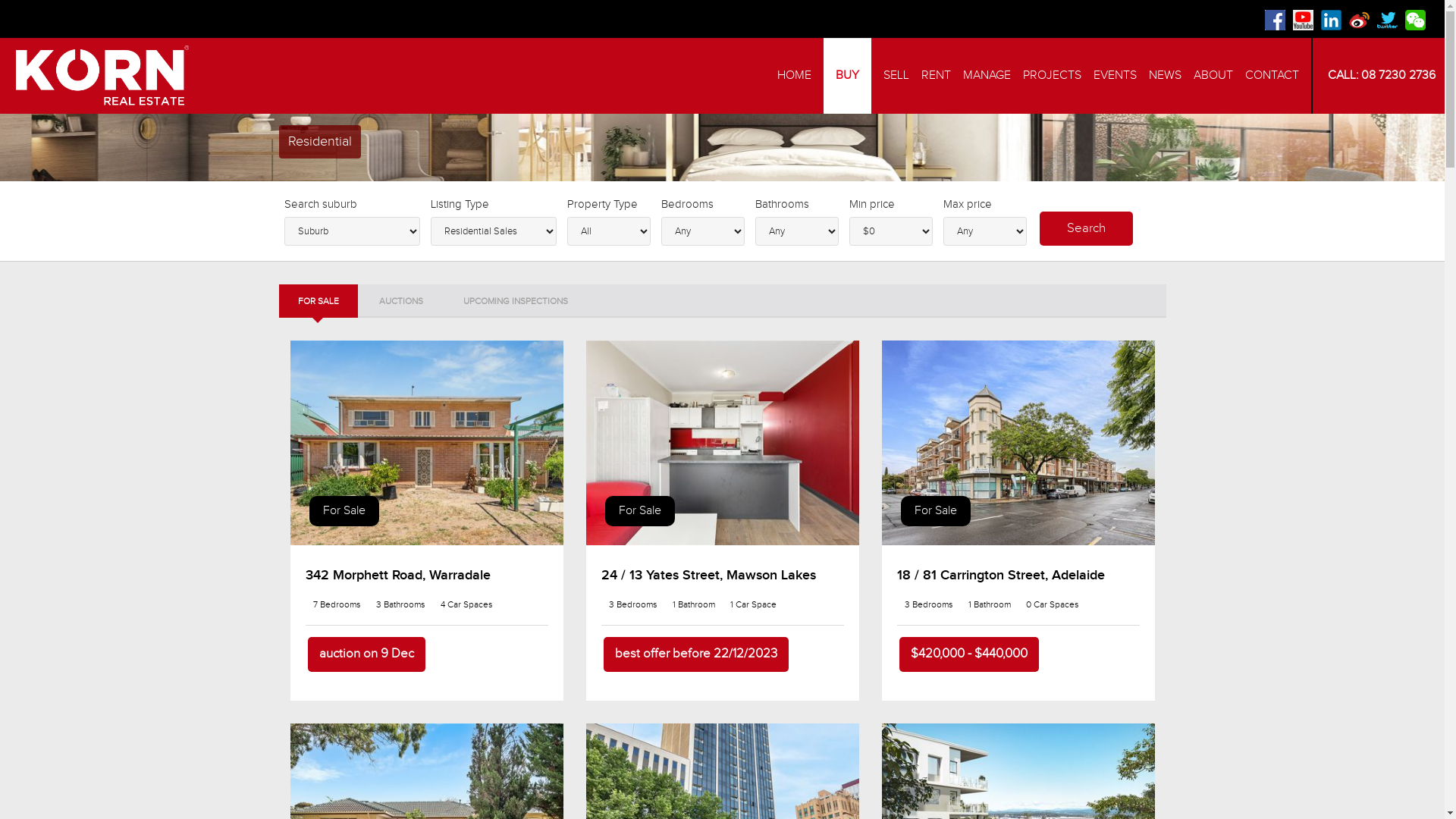 The image size is (1456, 819). What do you see at coordinates (1212, 76) in the screenshot?
I see `'ABOUT'` at bounding box center [1212, 76].